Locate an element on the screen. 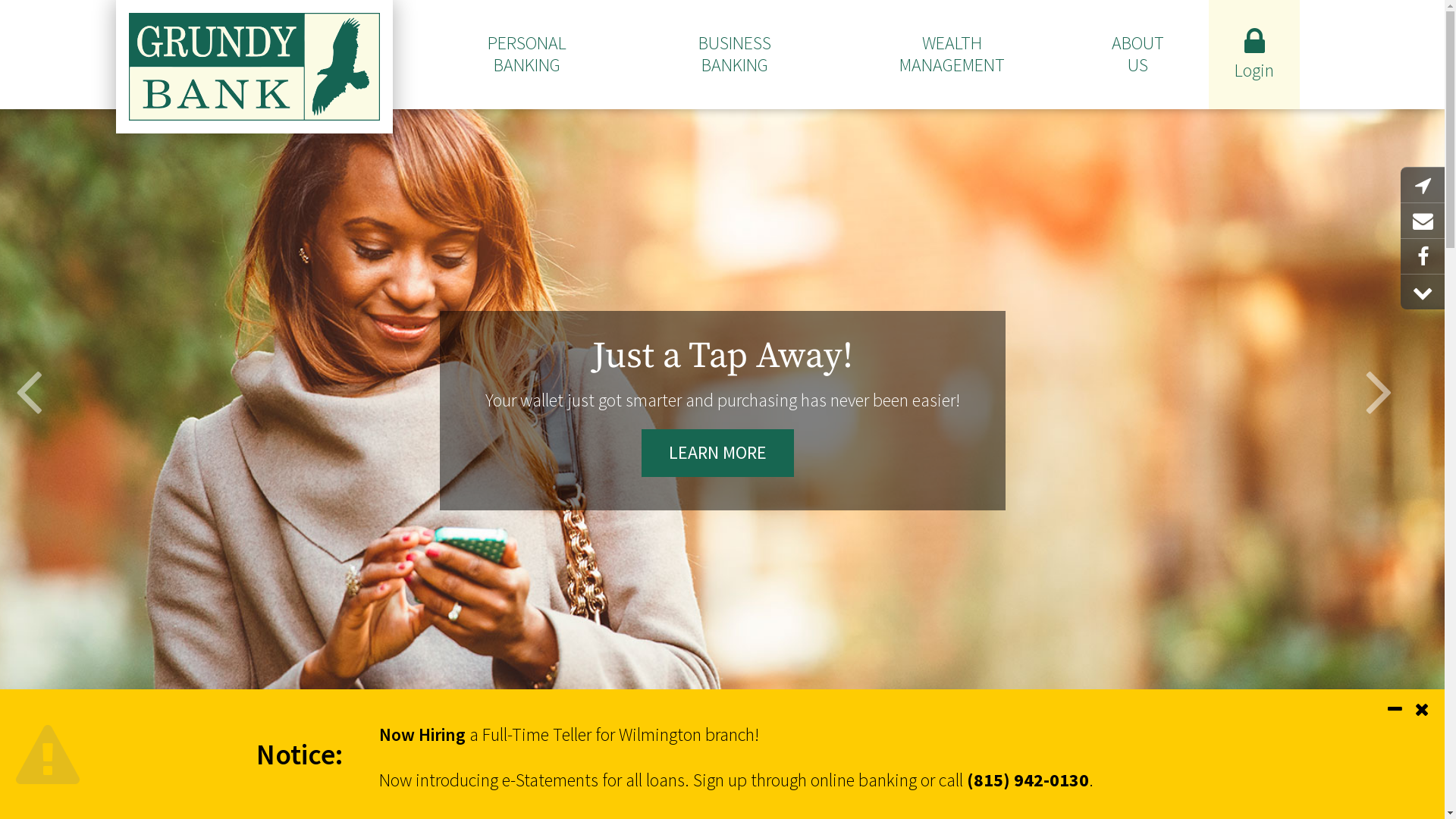 Image resolution: width=1456 pixels, height=819 pixels. '(815) 942-0130' is located at coordinates (966, 780).